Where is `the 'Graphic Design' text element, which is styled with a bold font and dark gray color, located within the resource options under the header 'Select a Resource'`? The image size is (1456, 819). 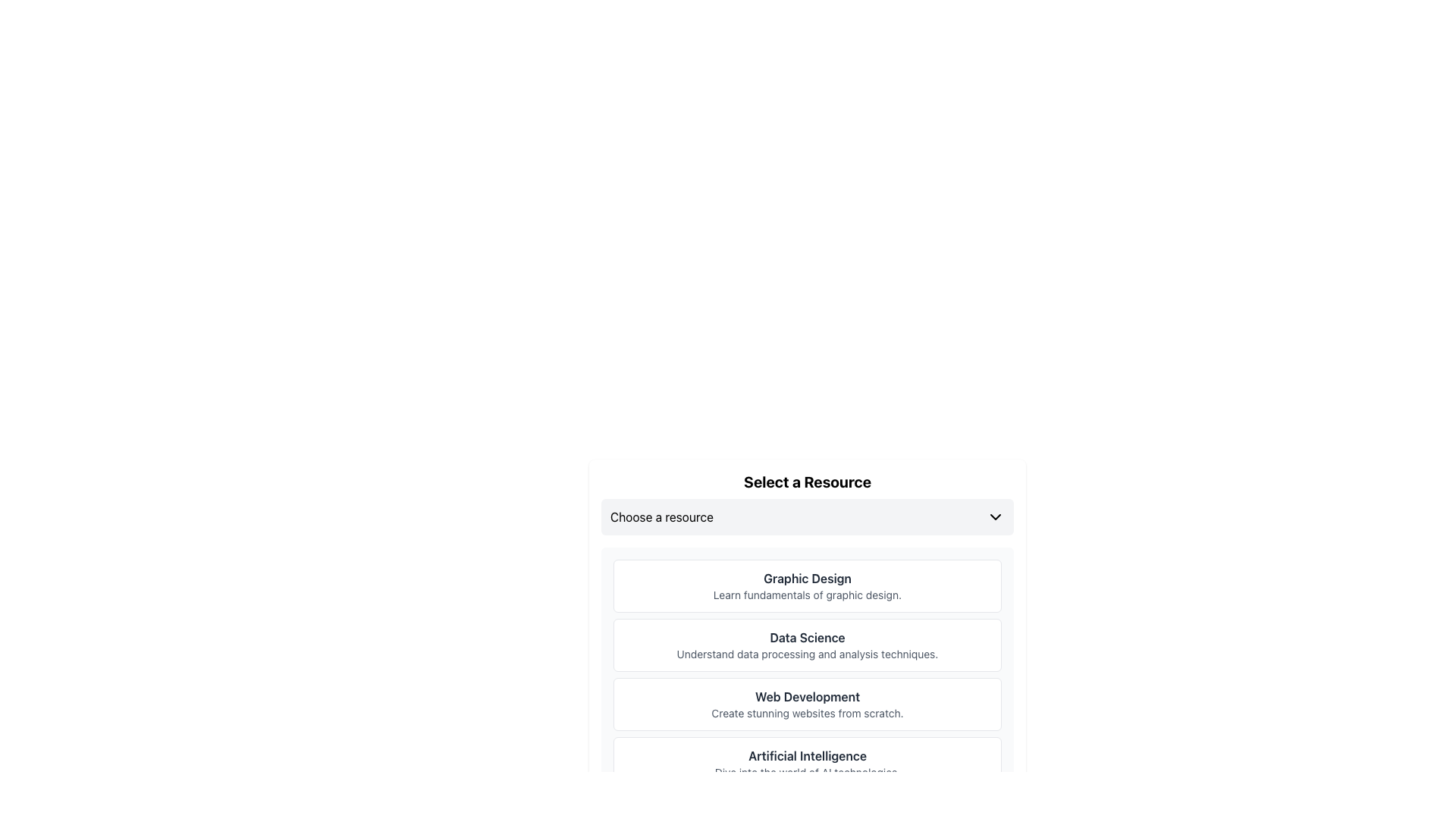 the 'Graphic Design' text element, which is styled with a bold font and dark gray color, located within the resource options under the header 'Select a Resource' is located at coordinates (807, 579).